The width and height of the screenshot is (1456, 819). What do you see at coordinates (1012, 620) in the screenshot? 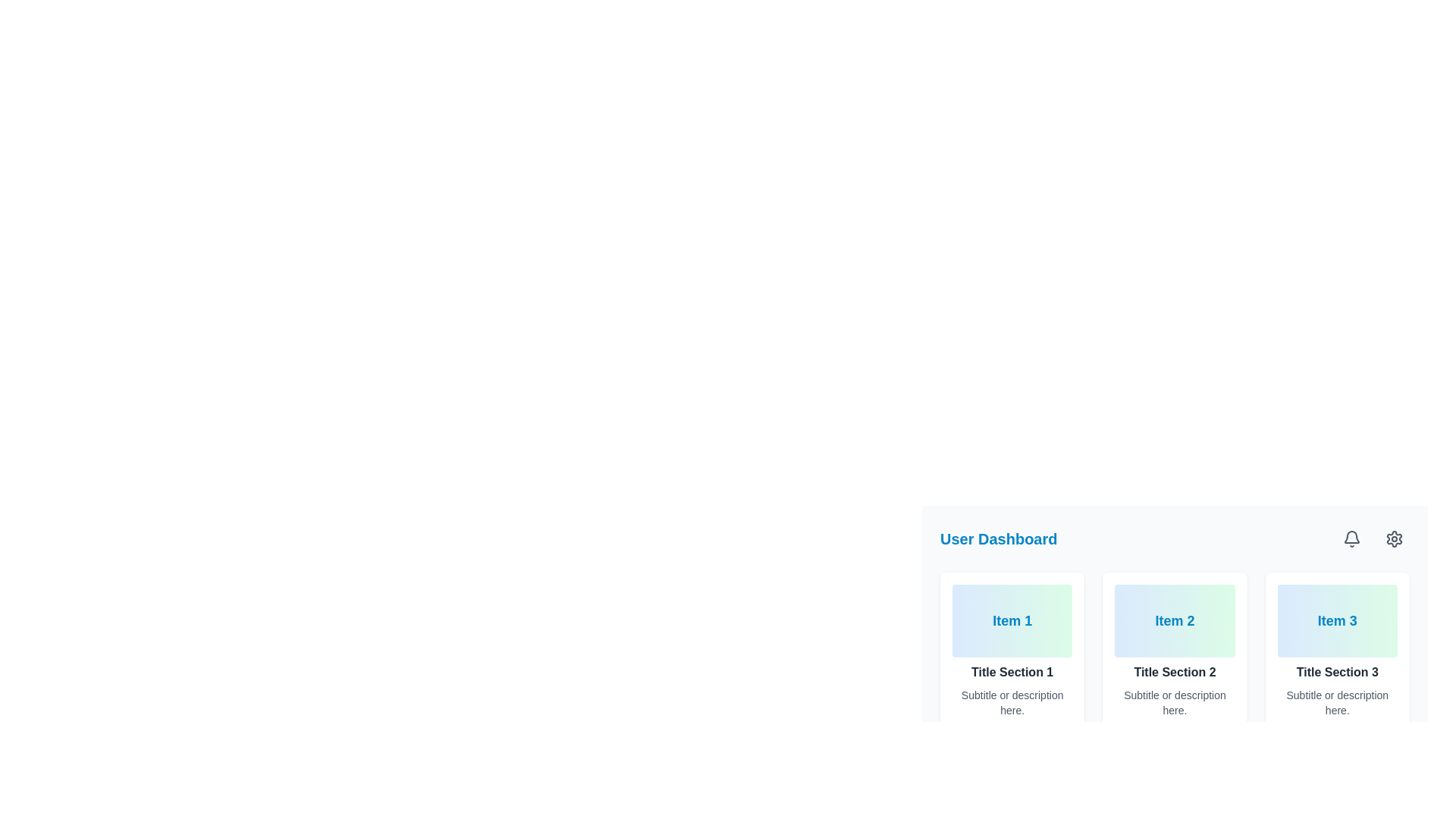
I see `the text label with a stylized background that serves as the title for the first card in a series of three cards` at bounding box center [1012, 620].